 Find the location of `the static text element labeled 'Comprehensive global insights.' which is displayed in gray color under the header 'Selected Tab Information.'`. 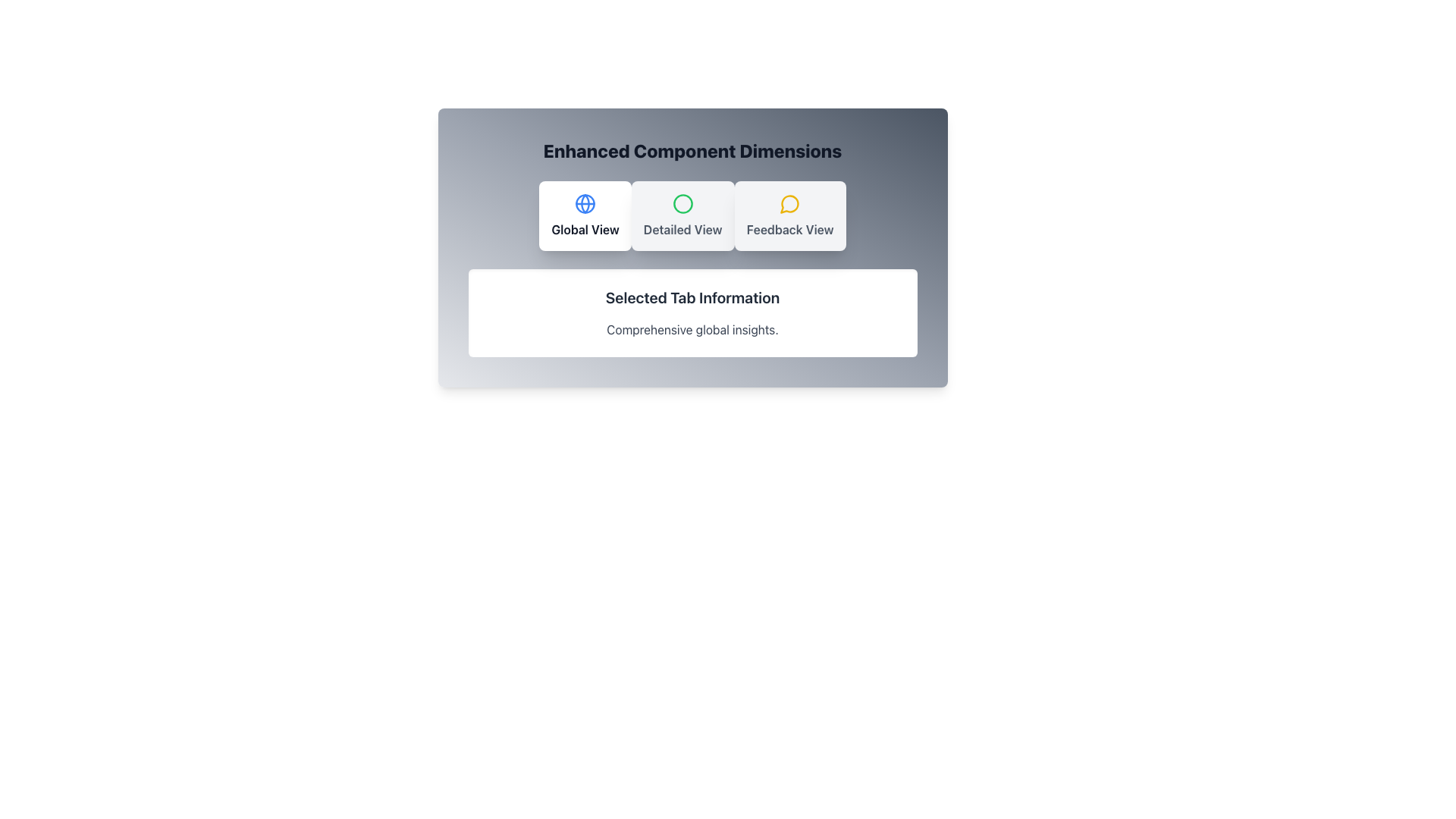

the static text element labeled 'Comprehensive global insights.' which is displayed in gray color under the header 'Selected Tab Information.' is located at coordinates (692, 329).